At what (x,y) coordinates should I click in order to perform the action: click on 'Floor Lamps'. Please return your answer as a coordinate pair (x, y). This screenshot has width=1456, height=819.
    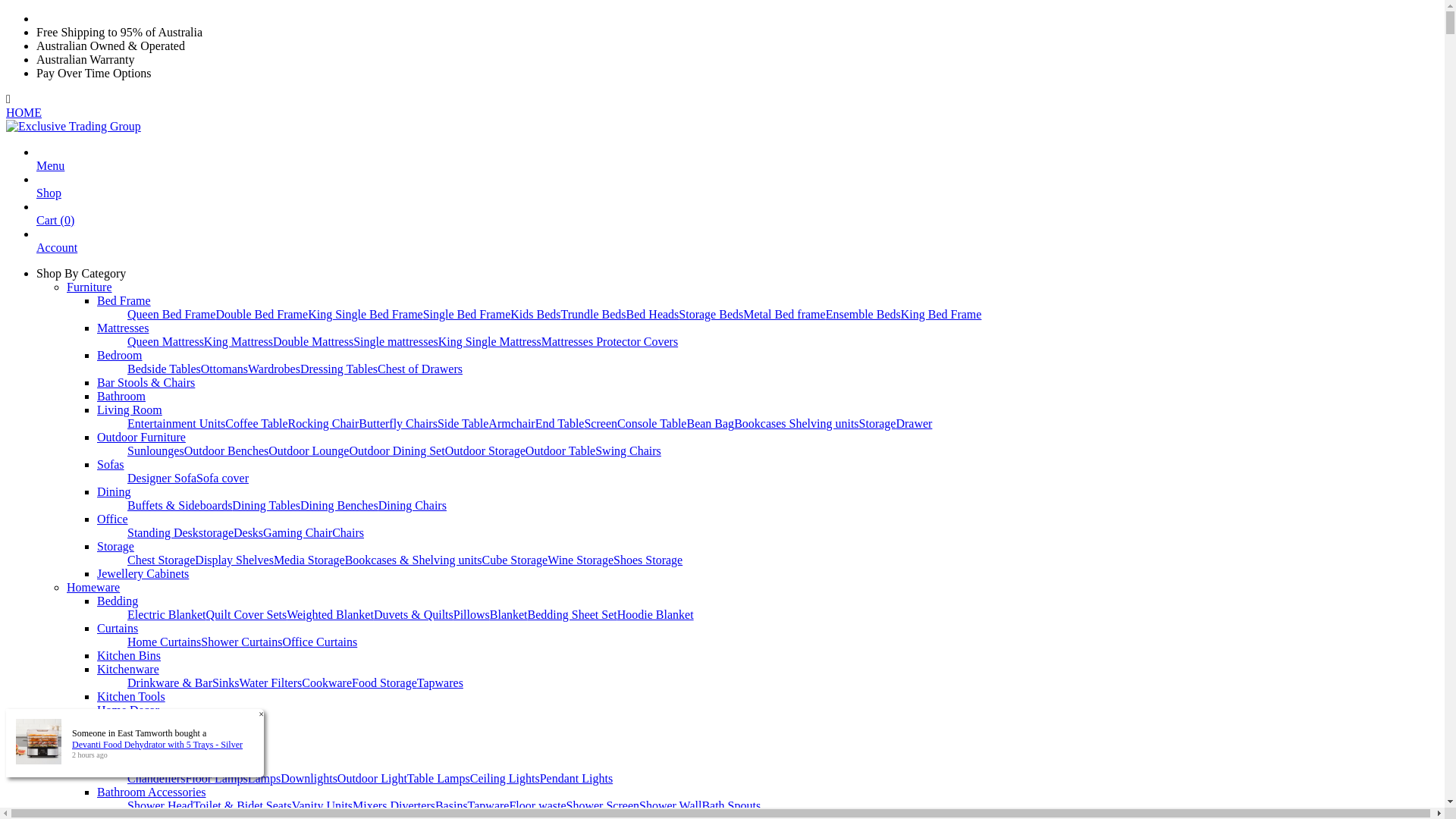
    Looking at the image, I should click on (215, 778).